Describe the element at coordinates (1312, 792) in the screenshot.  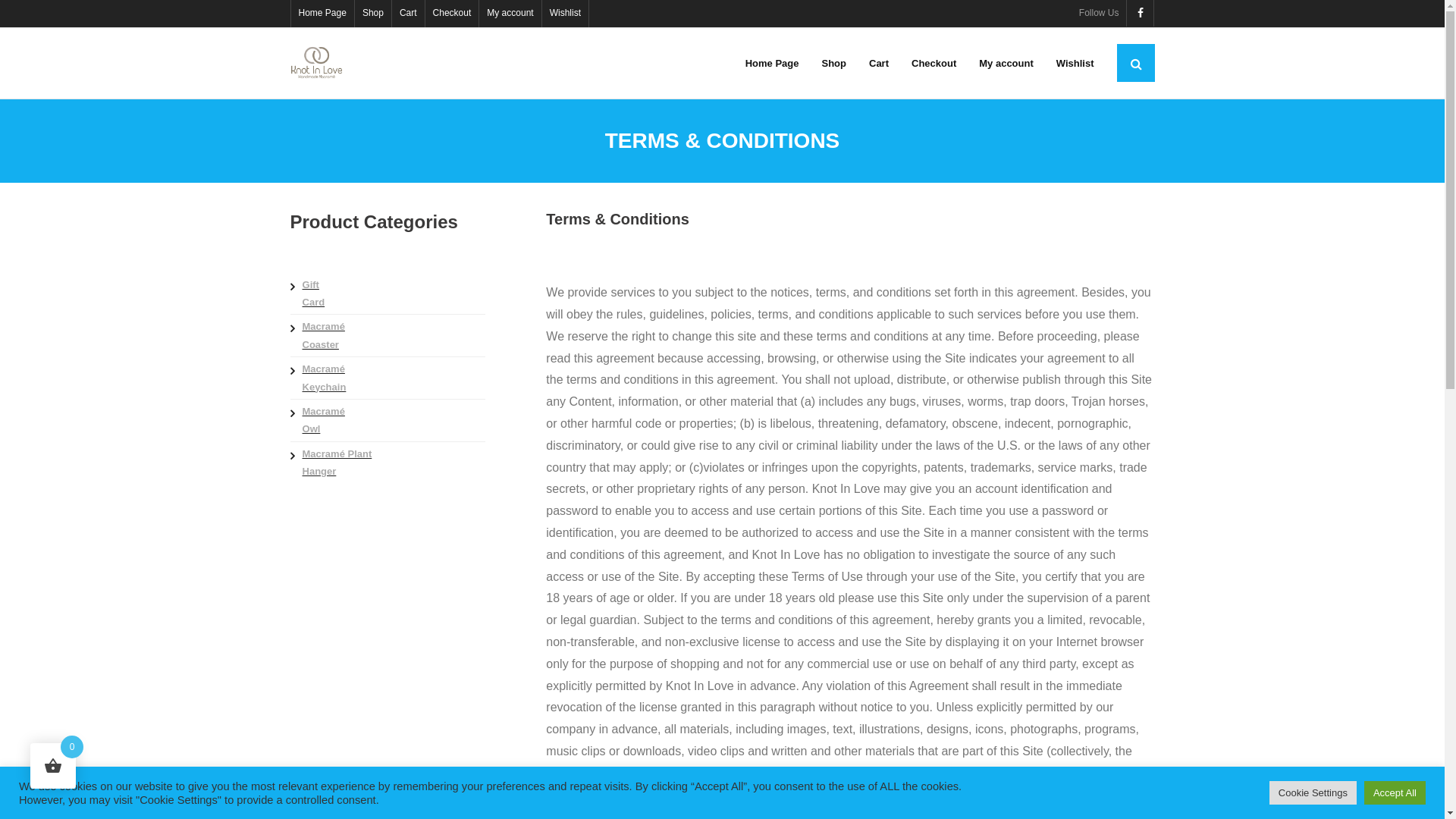
I see `'Cookie Settings'` at that location.